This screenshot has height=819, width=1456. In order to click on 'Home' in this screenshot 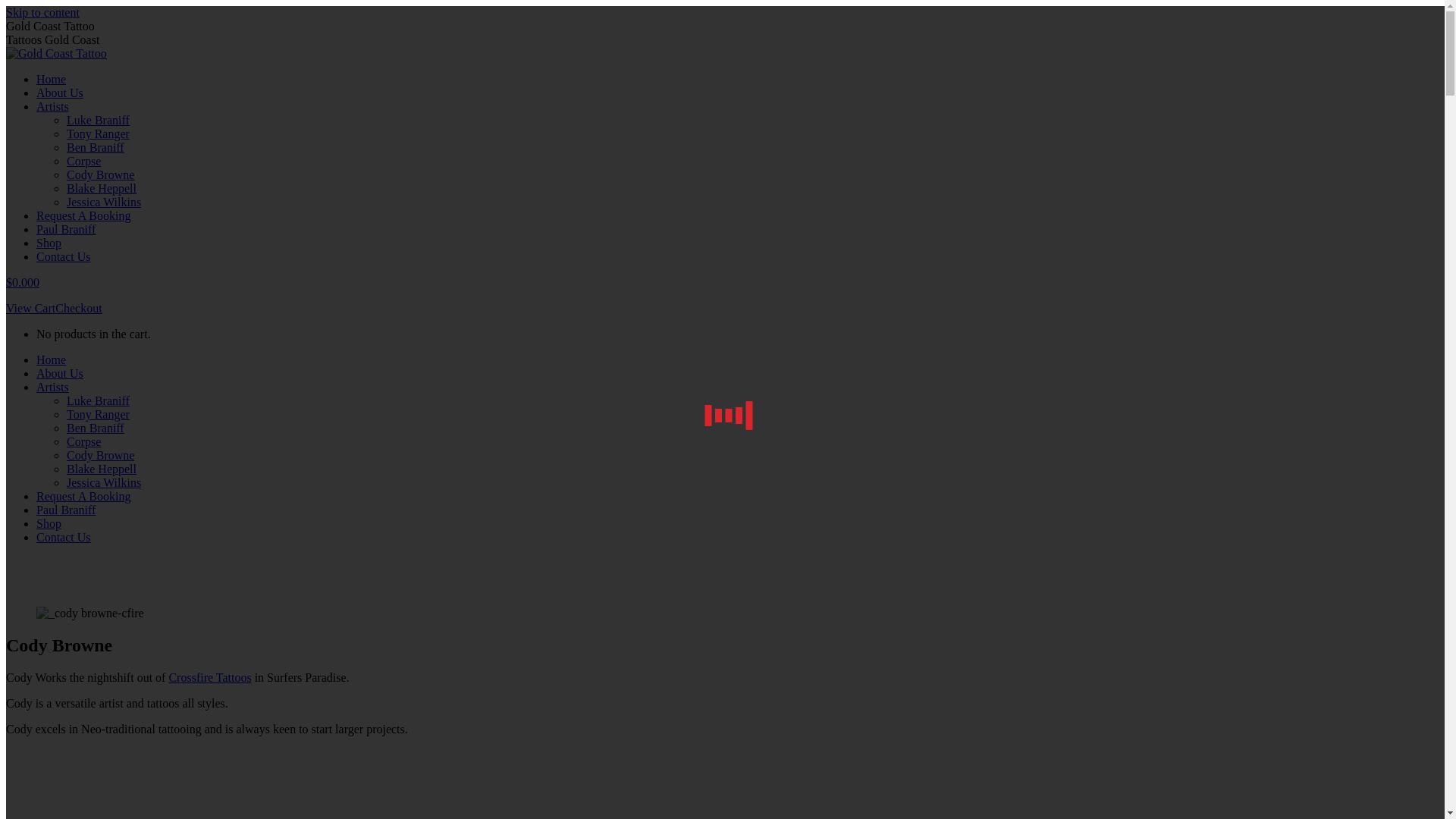, I will do `click(51, 359)`.